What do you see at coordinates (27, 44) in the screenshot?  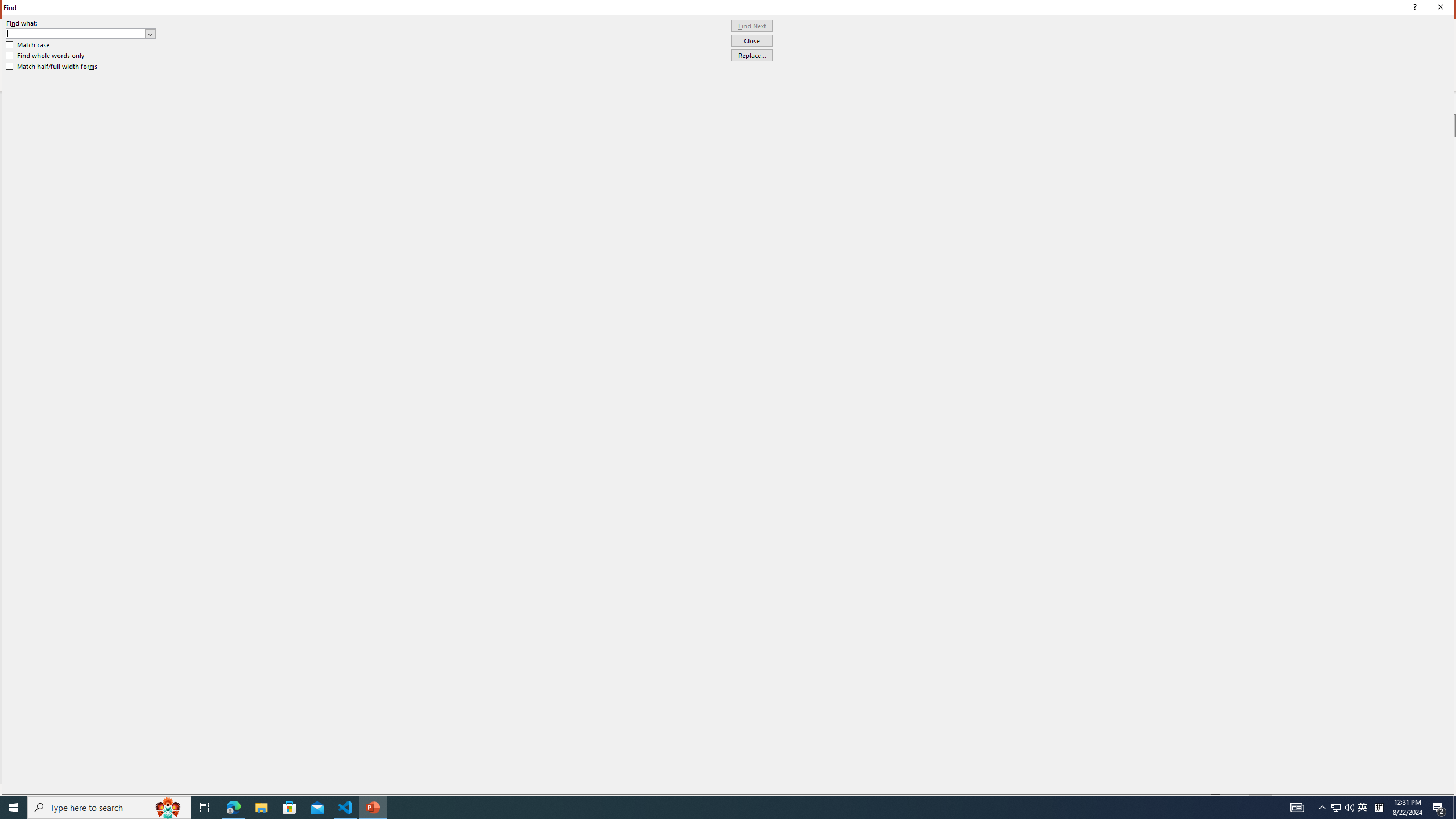 I see `'Match case'` at bounding box center [27, 44].